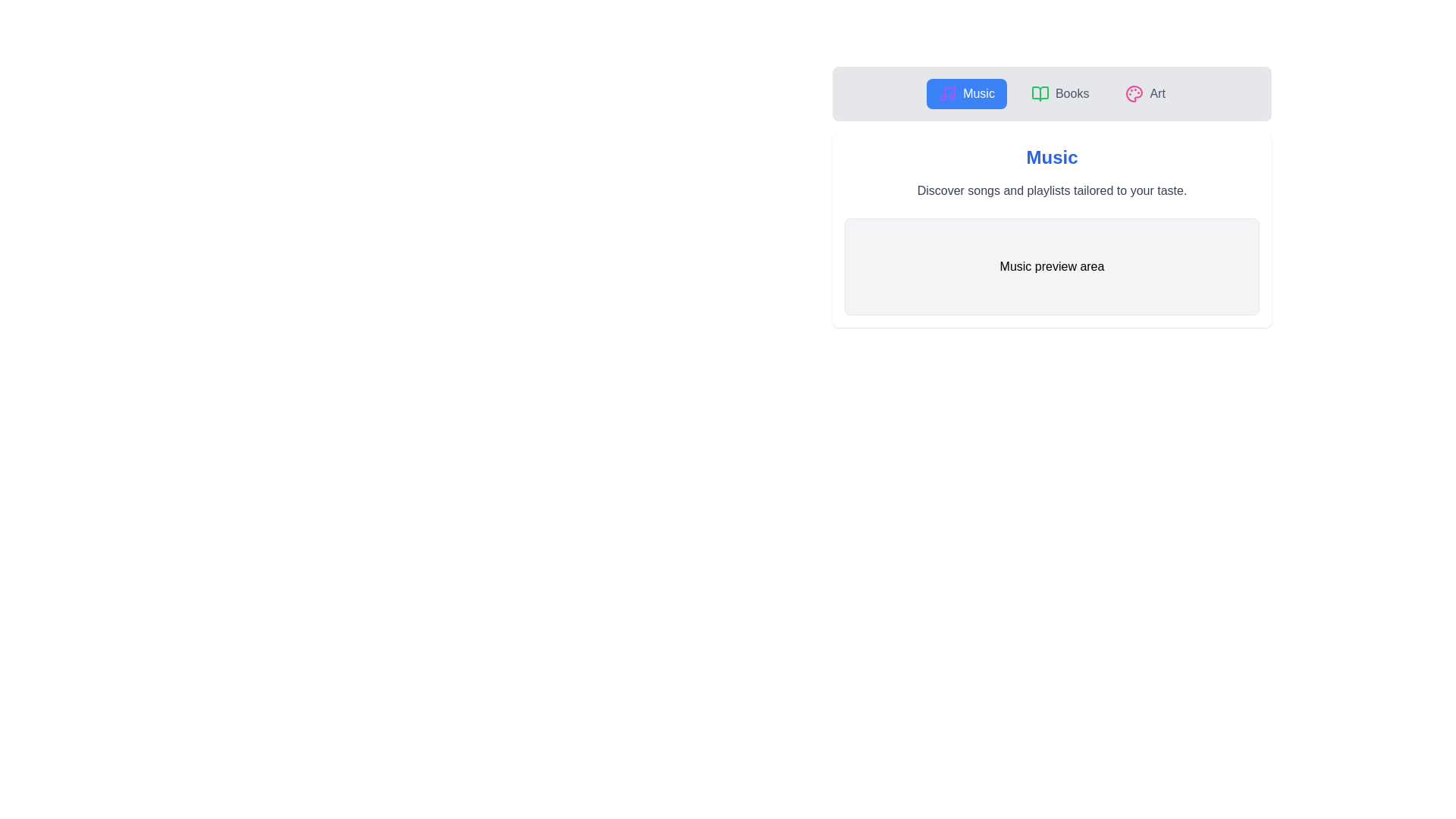 The width and height of the screenshot is (1456, 819). What do you see at coordinates (966, 93) in the screenshot?
I see `the Music tab by clicking on its button` at bounding box center [966, 93].